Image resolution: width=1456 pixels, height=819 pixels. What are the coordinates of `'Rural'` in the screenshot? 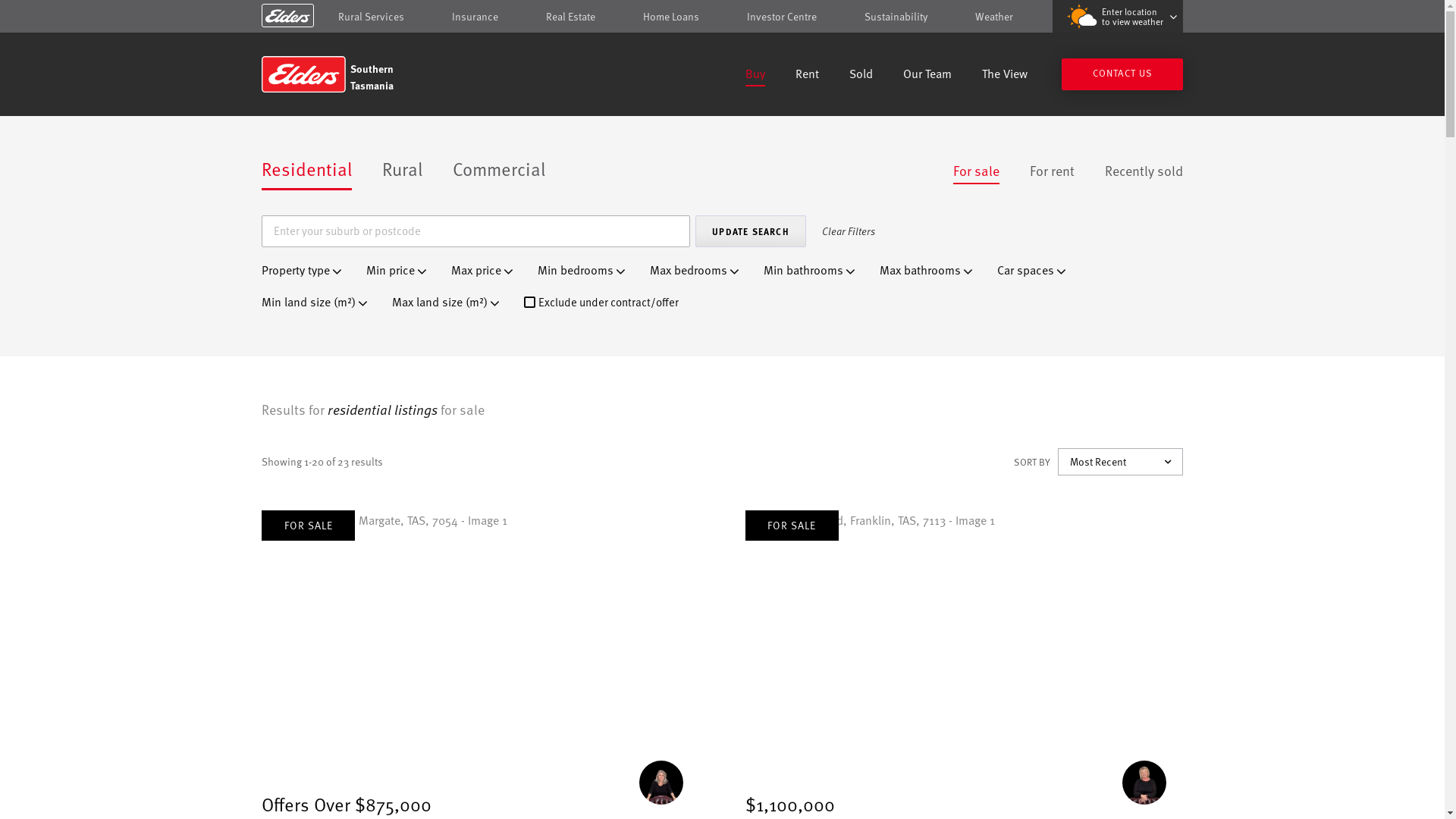 It's located at (402, 169).